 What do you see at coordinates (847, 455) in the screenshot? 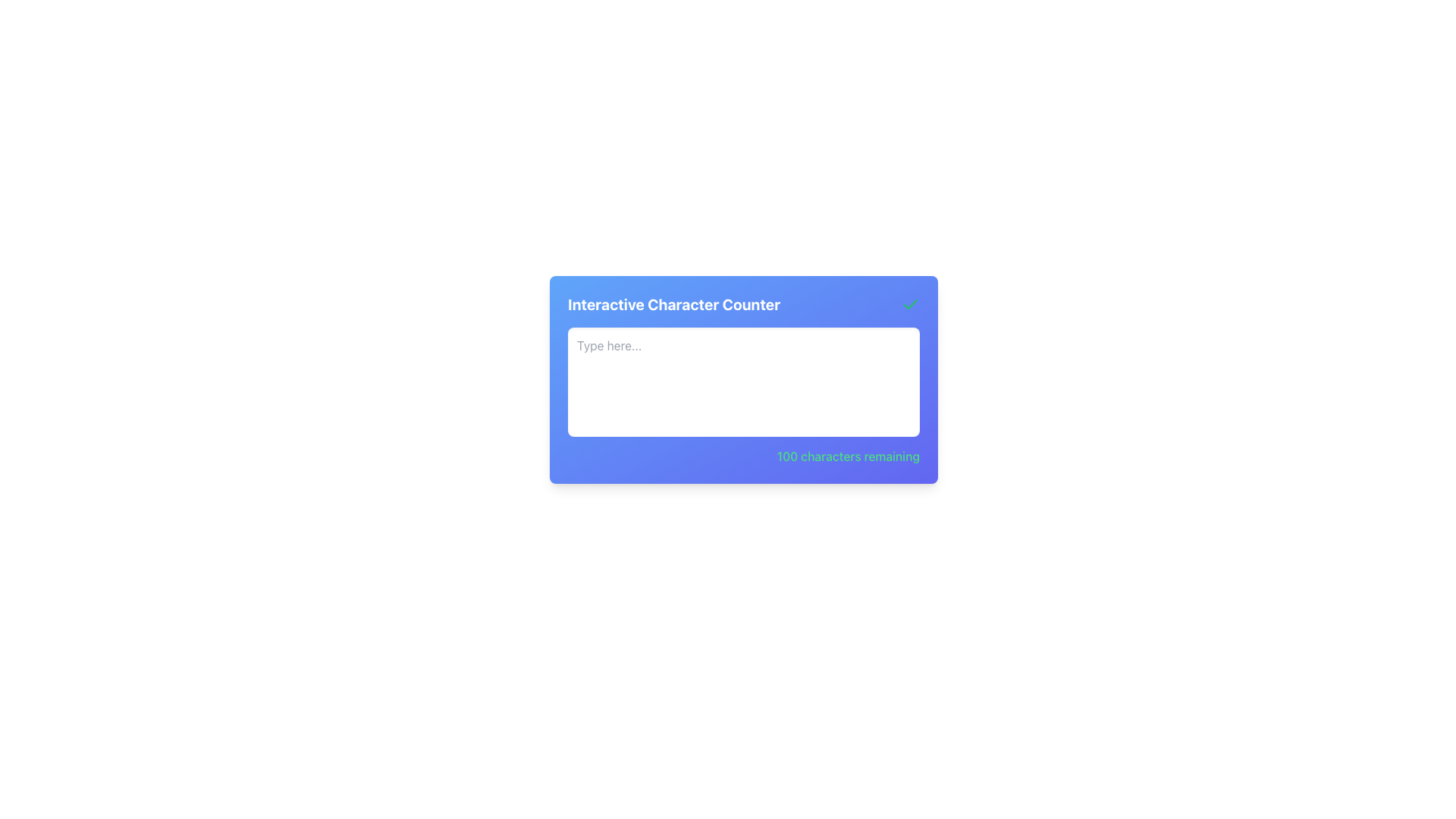
I see `the character count feedback text label located in the bottom-right corner of the 'Interactive Character Counter' interface` at bounding box center [847, 455].